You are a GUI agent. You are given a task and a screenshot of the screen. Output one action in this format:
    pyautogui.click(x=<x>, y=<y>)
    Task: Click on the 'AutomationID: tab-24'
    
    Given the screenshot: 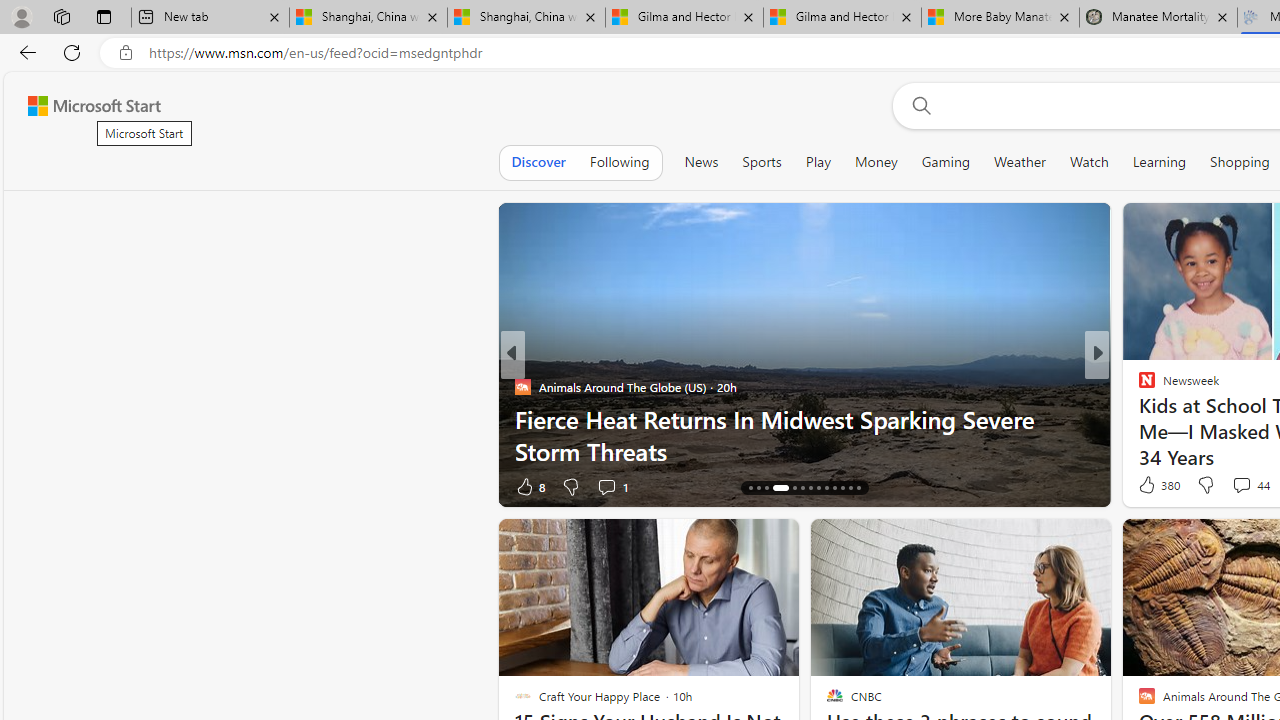 What is the action you would take?
    pyautogui.click(x=842, y=488)
    